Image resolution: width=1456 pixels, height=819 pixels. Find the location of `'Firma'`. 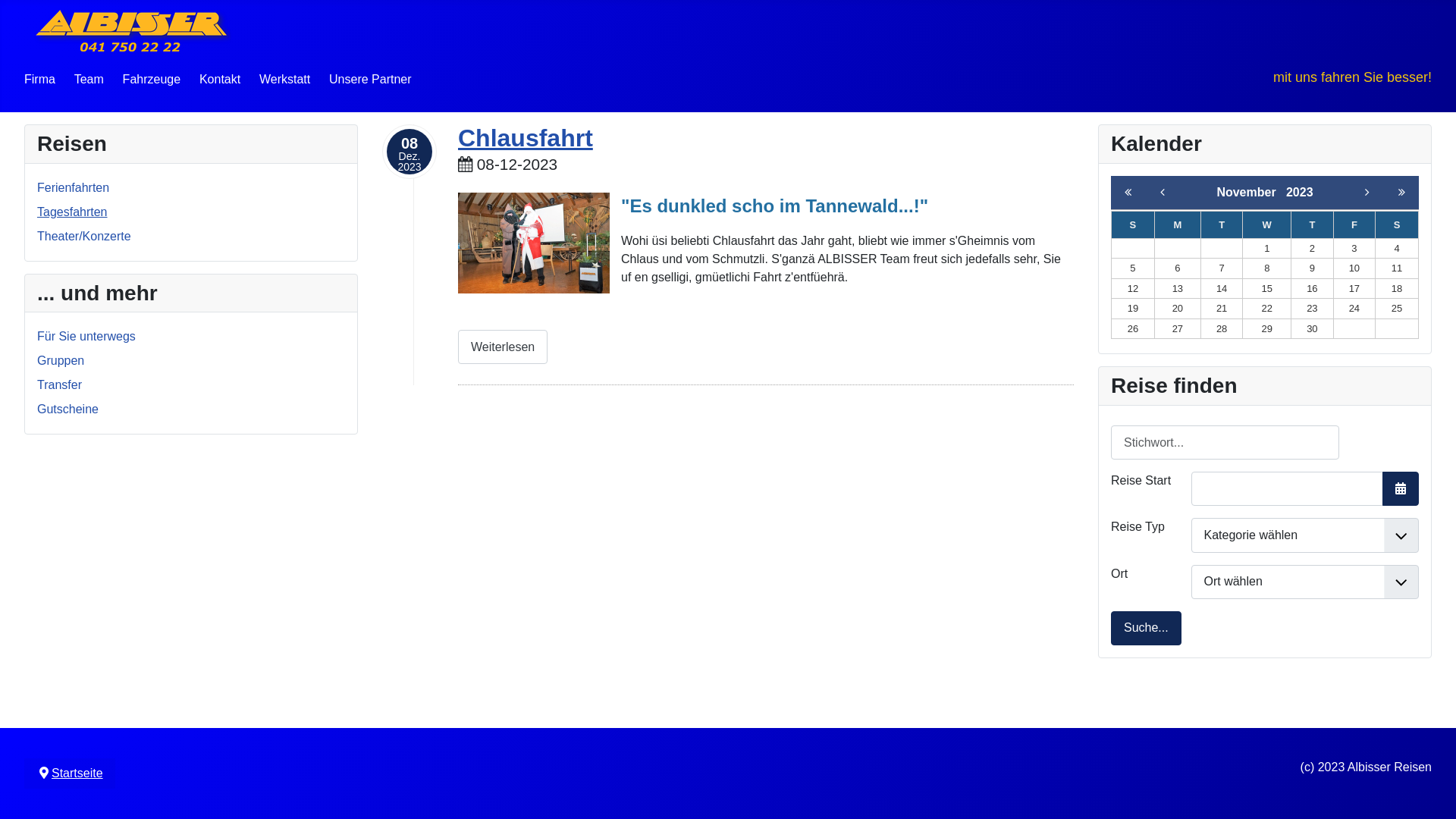

'Firma' is located at coordinates (39, 79).